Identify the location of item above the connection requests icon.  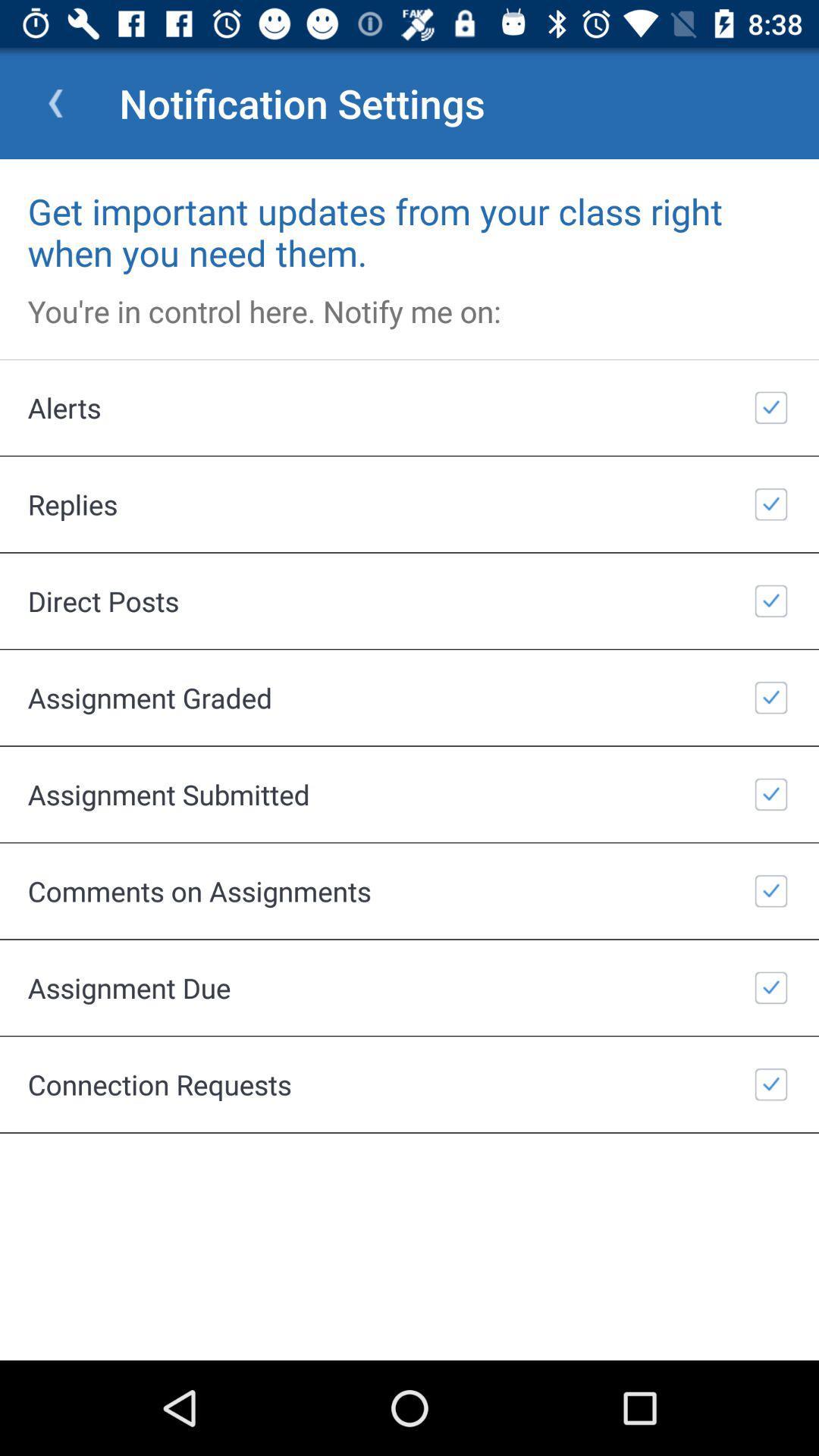
(409, 987).